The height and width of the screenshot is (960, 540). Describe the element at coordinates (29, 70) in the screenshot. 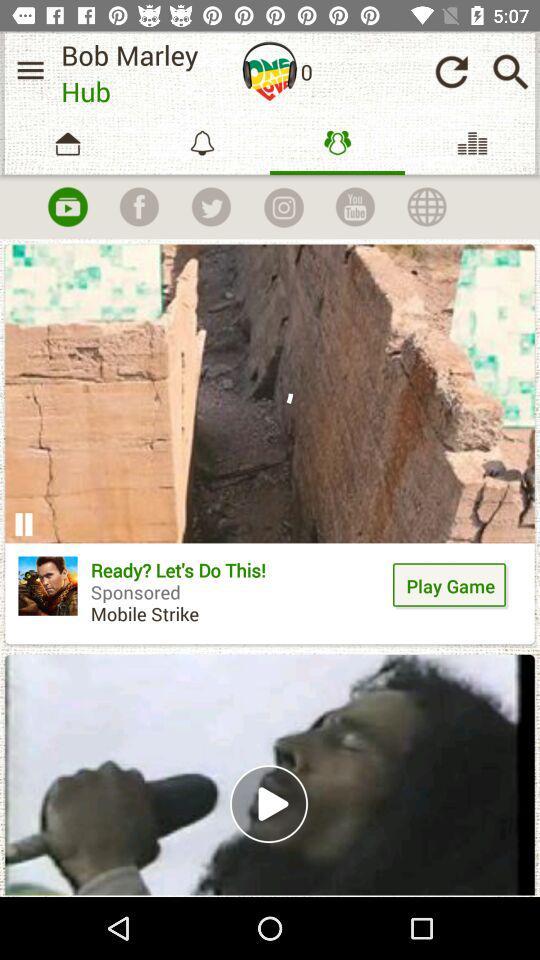

I see `show the menu` at that location.